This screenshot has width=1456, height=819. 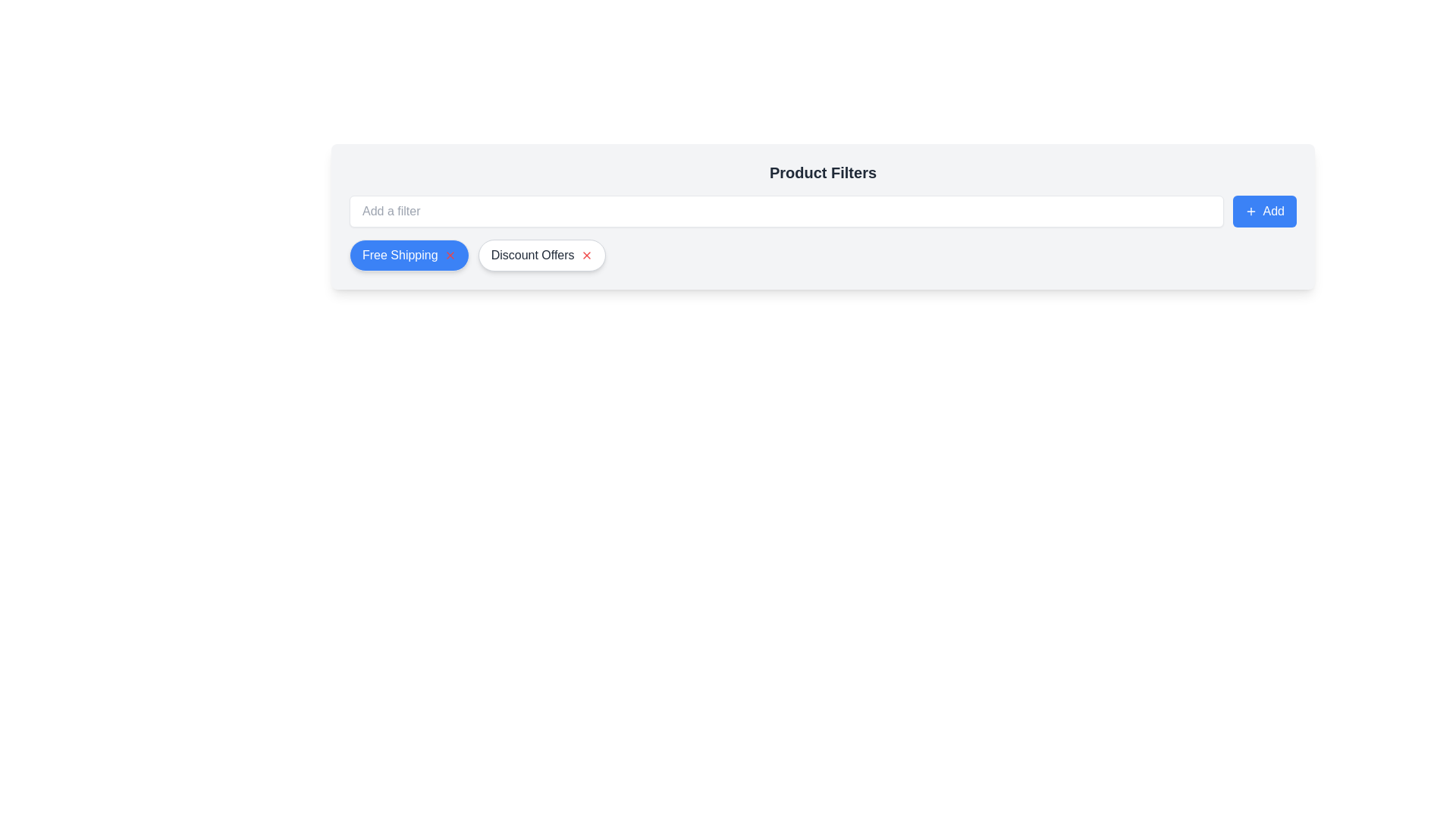 I want to click on the blue button labeled 'Add' which contains a small blue plus icon to the left of the text, so click(x=1250, y=211).